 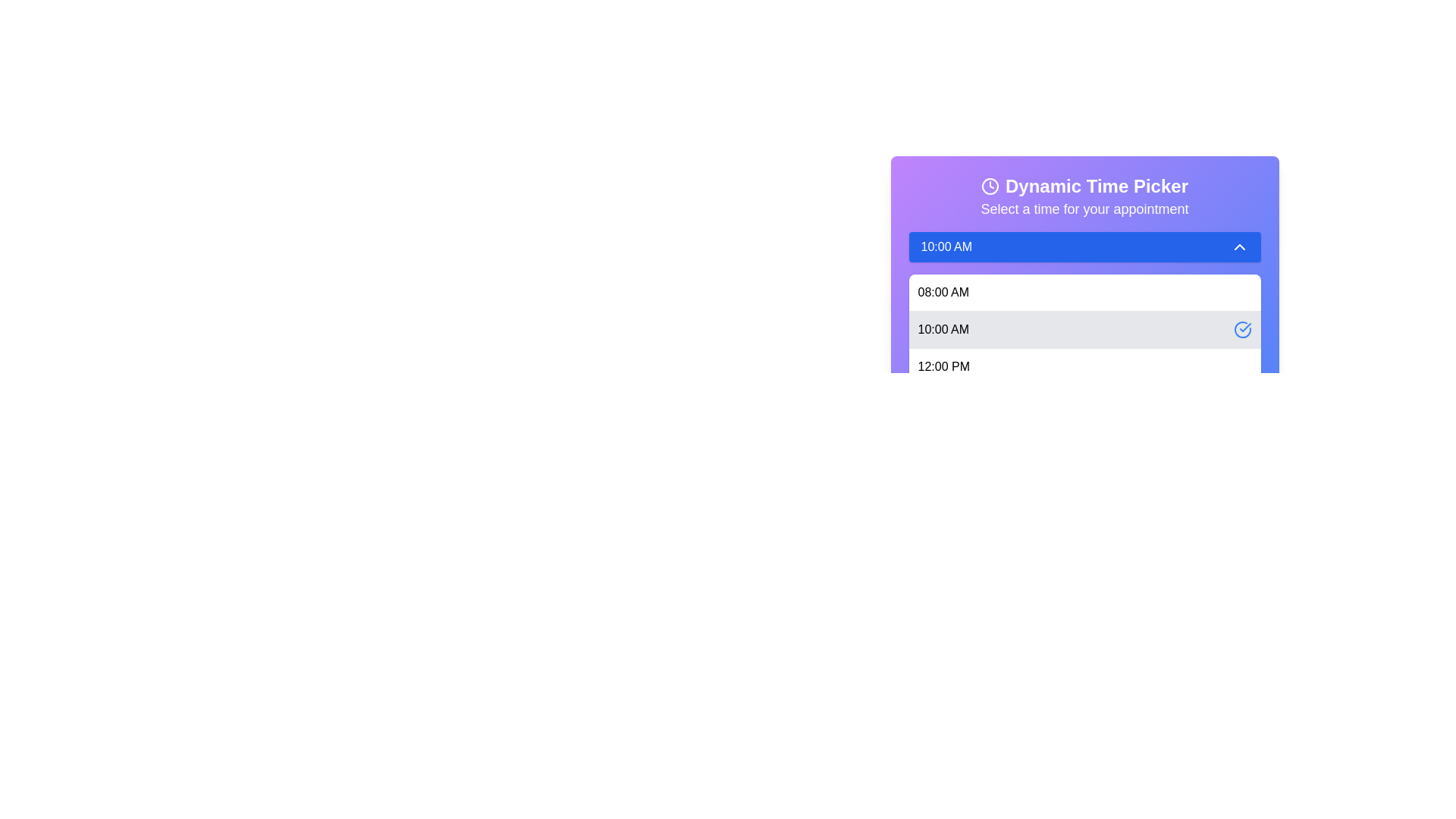 What do you see at coordinates (990, 186) in the screenshot?
I see `the clock icon located in the header section of the 'Dynamic Time Picker' interface, positioned to the left of the text 'Dynamic Time Picker'` at bounding box center [990, 186].